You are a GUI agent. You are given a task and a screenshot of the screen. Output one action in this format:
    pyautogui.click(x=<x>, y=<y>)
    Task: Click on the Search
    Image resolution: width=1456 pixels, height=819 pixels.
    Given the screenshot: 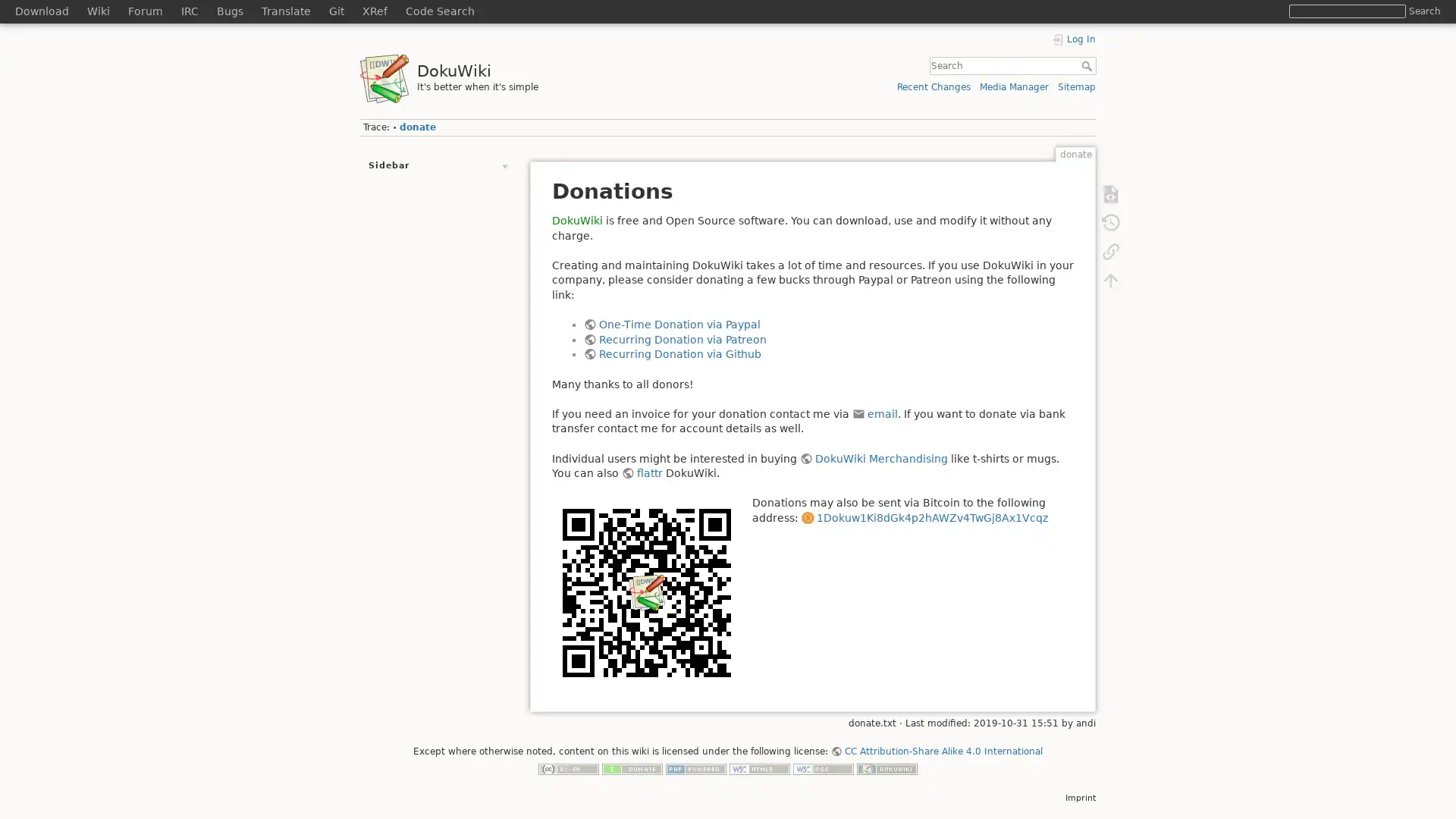 What is the action you would take?
    pyautogui.click(x=1423, y=11)
    